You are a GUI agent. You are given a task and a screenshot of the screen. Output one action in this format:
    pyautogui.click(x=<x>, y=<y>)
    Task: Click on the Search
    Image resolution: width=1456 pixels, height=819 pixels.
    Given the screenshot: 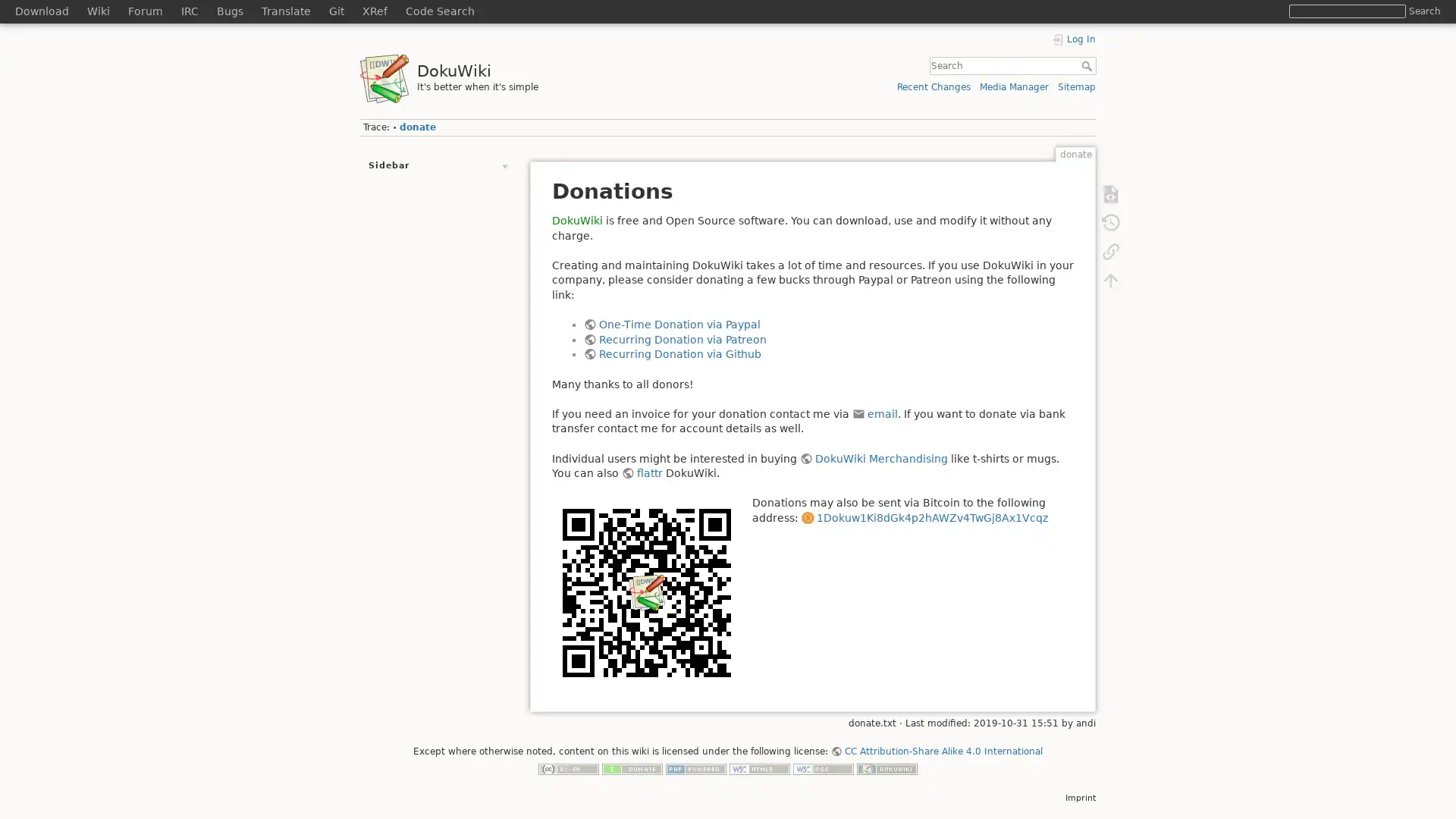 What is the action you would take?
    pyautogui.click(x=1423, y=11)
    